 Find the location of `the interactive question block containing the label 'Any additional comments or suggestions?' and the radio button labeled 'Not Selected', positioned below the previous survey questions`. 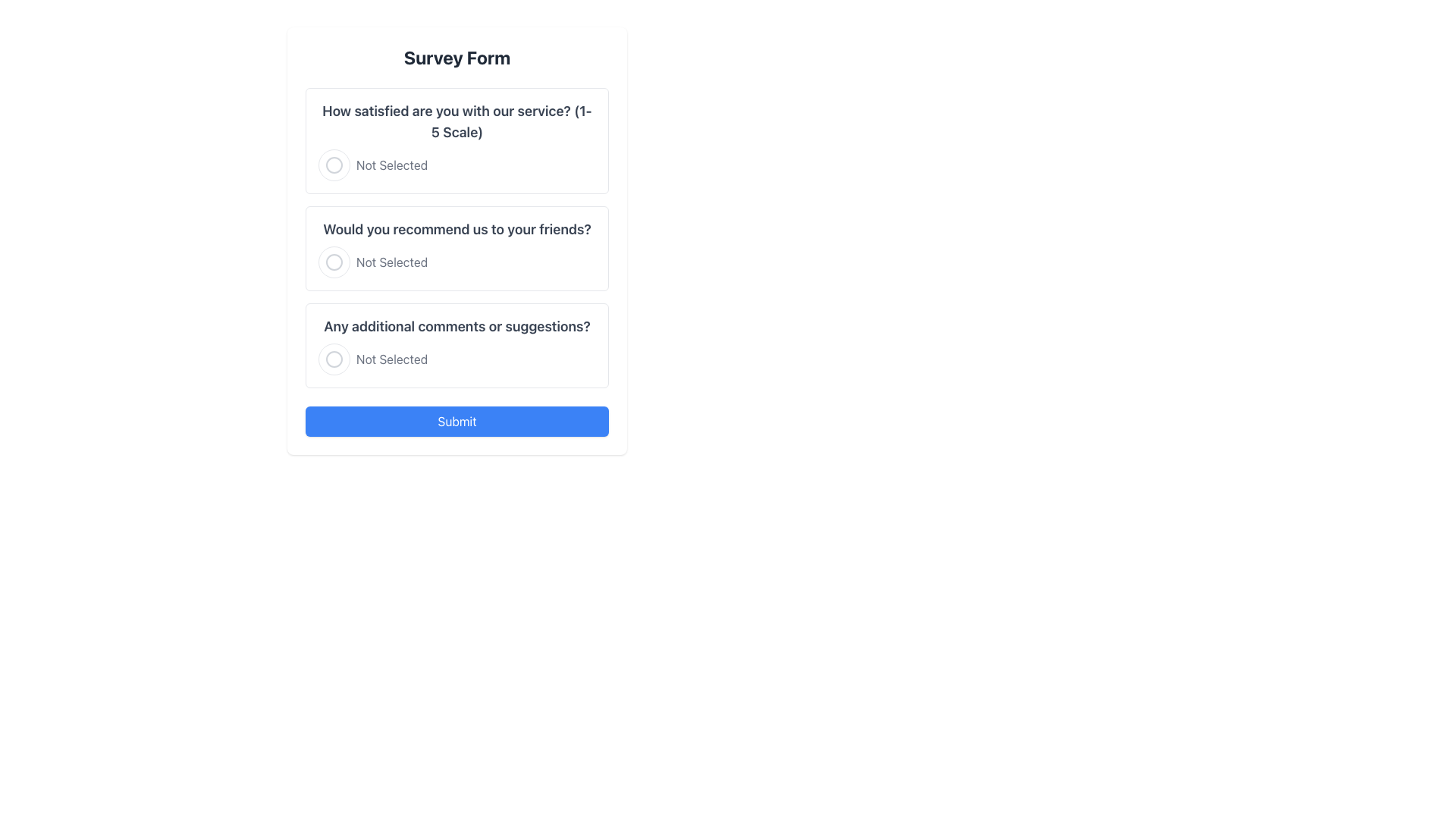

the interactive question block containing the label 'Any additional comments or suggestions?' and the radio button labeled 'Not Selected', positioned below the previous survey questions is located at coordinates (457, 345).